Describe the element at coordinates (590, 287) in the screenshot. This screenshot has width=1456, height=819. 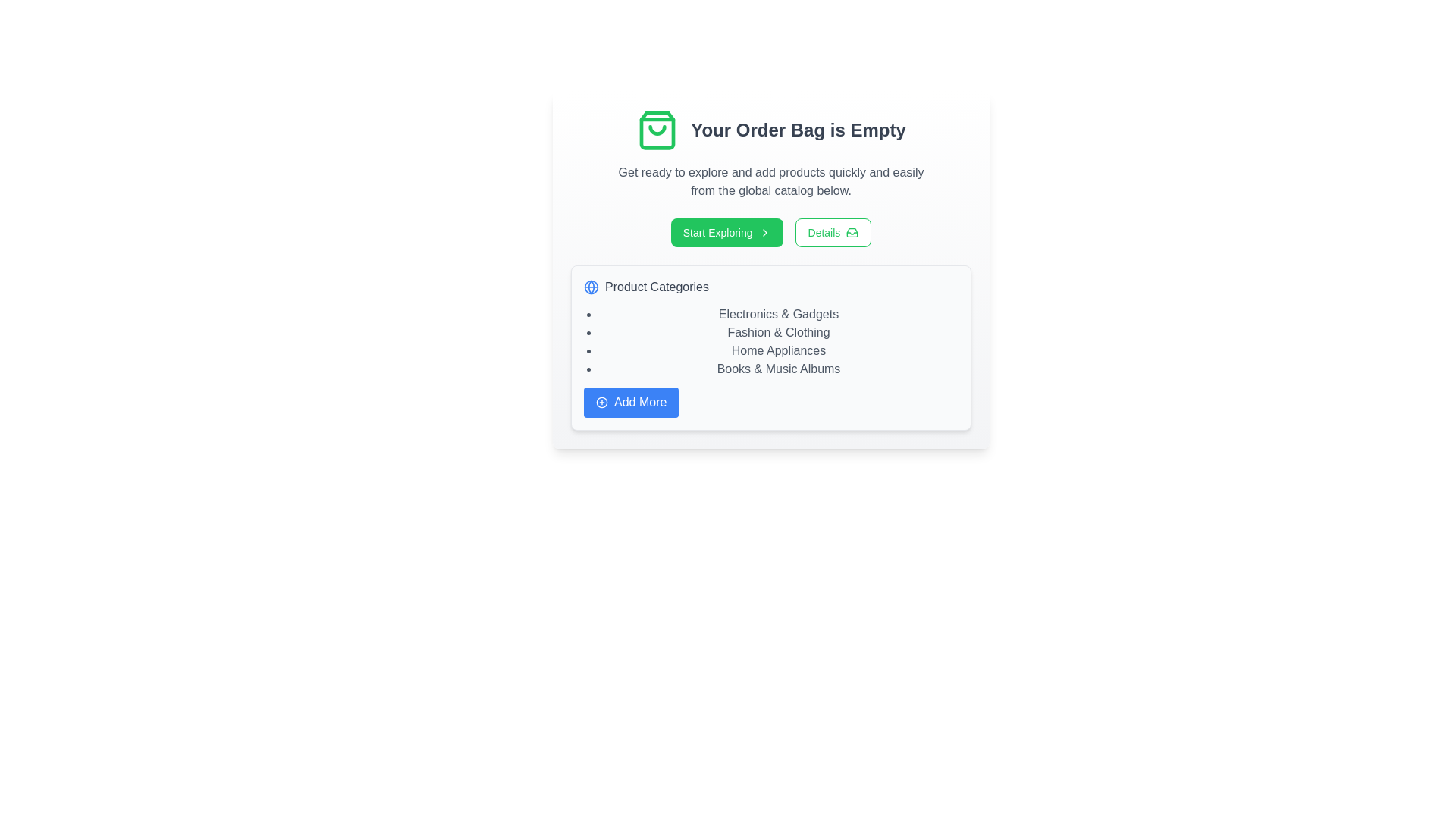
I see `the central circle of the globe icon located to the left of the 'Product Categories' text` at that location.